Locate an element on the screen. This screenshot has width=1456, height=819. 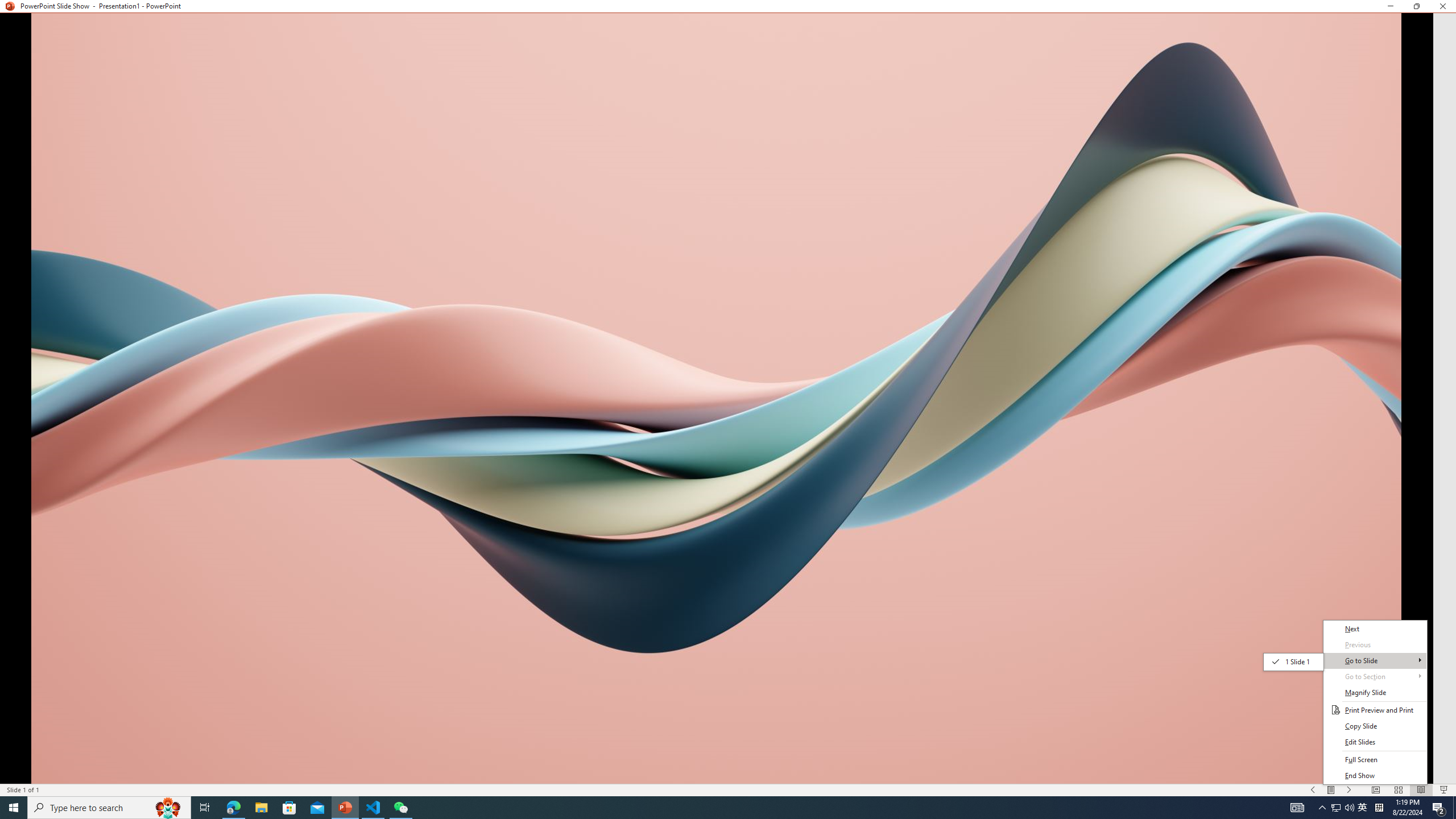
'Action Center, 2 new notifications' is located at coordinates (1439, 806).